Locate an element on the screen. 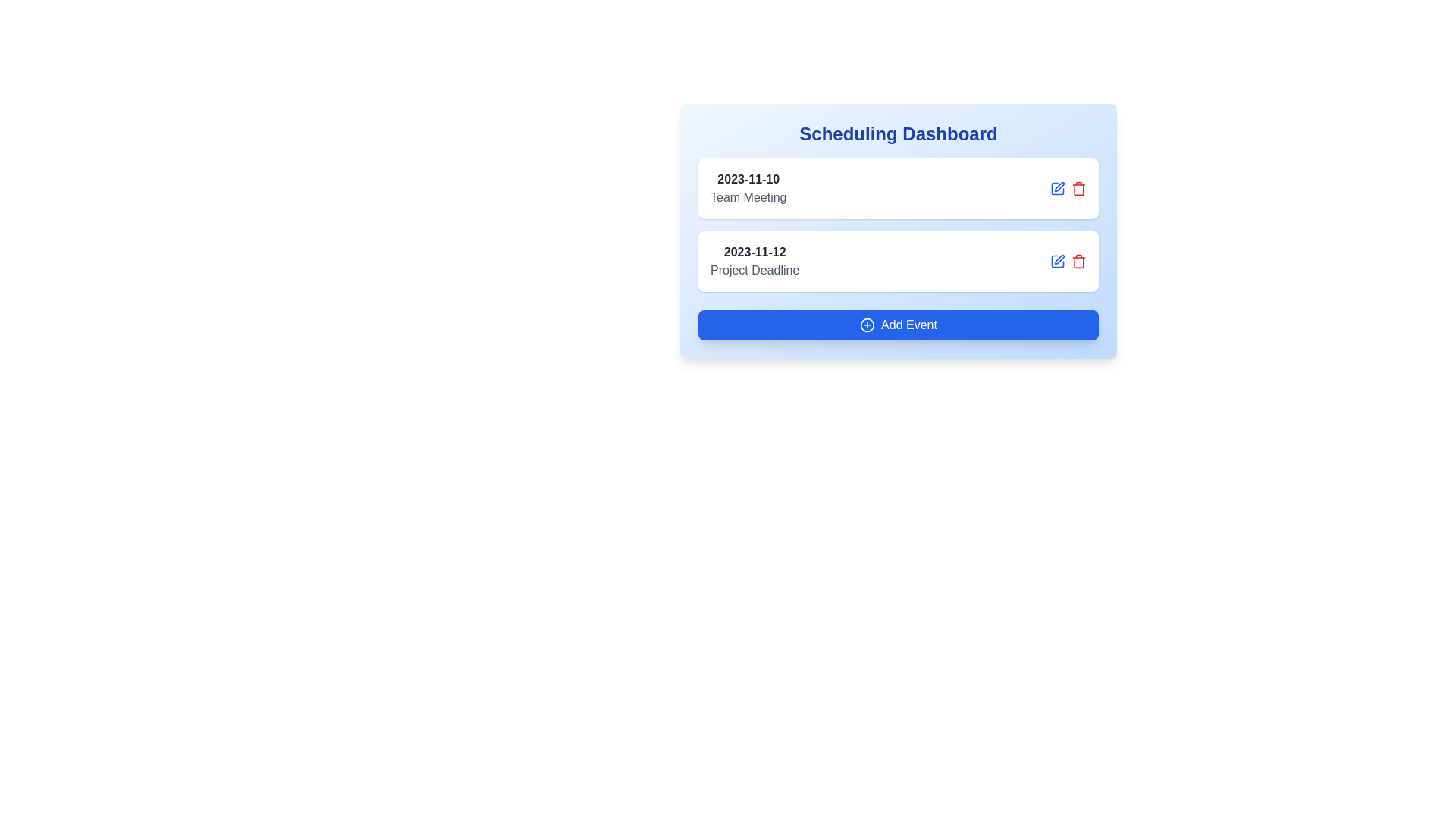  the informational text label that describes an event or task associated with the date '2023-11-10' in the 'Scheduling Dashboard' card is located at coordinates (748, 197).